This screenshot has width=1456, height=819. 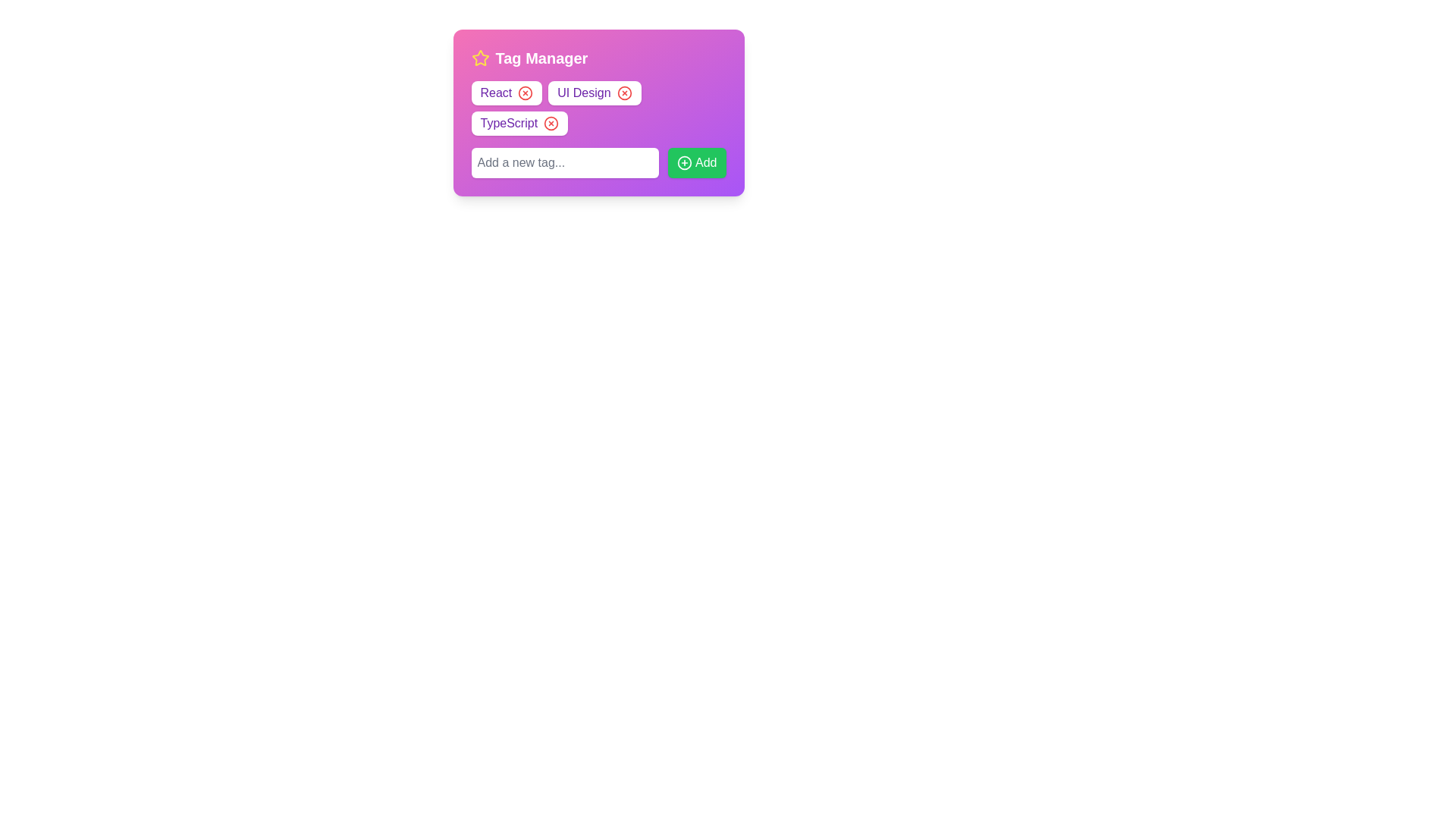 I want to click on the decorative star-shaped icon located to the left of the 'Tag Manager' header, so click(x=479, y=57).